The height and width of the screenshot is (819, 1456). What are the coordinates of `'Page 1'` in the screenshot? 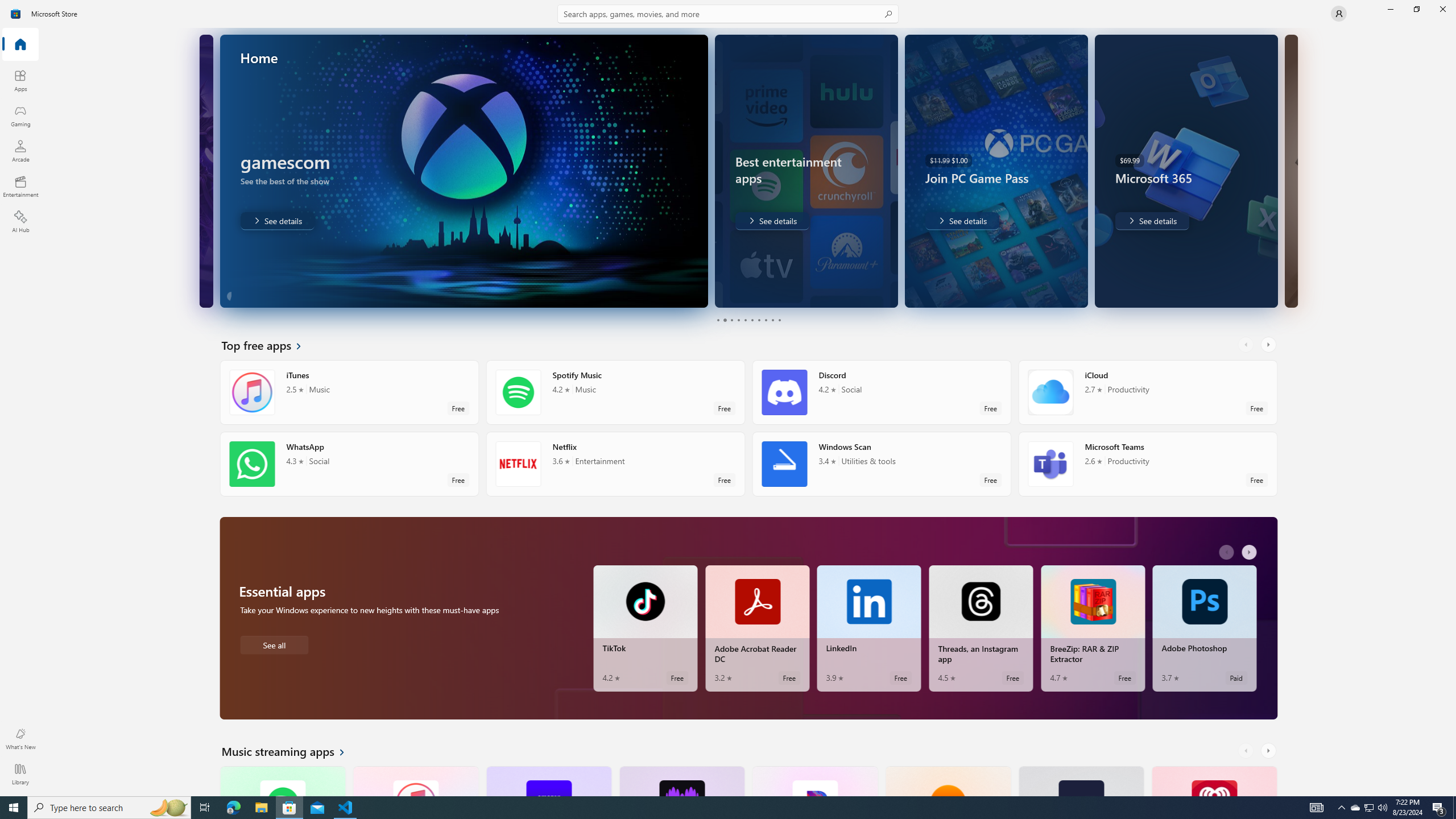 It's located at (717, 320).